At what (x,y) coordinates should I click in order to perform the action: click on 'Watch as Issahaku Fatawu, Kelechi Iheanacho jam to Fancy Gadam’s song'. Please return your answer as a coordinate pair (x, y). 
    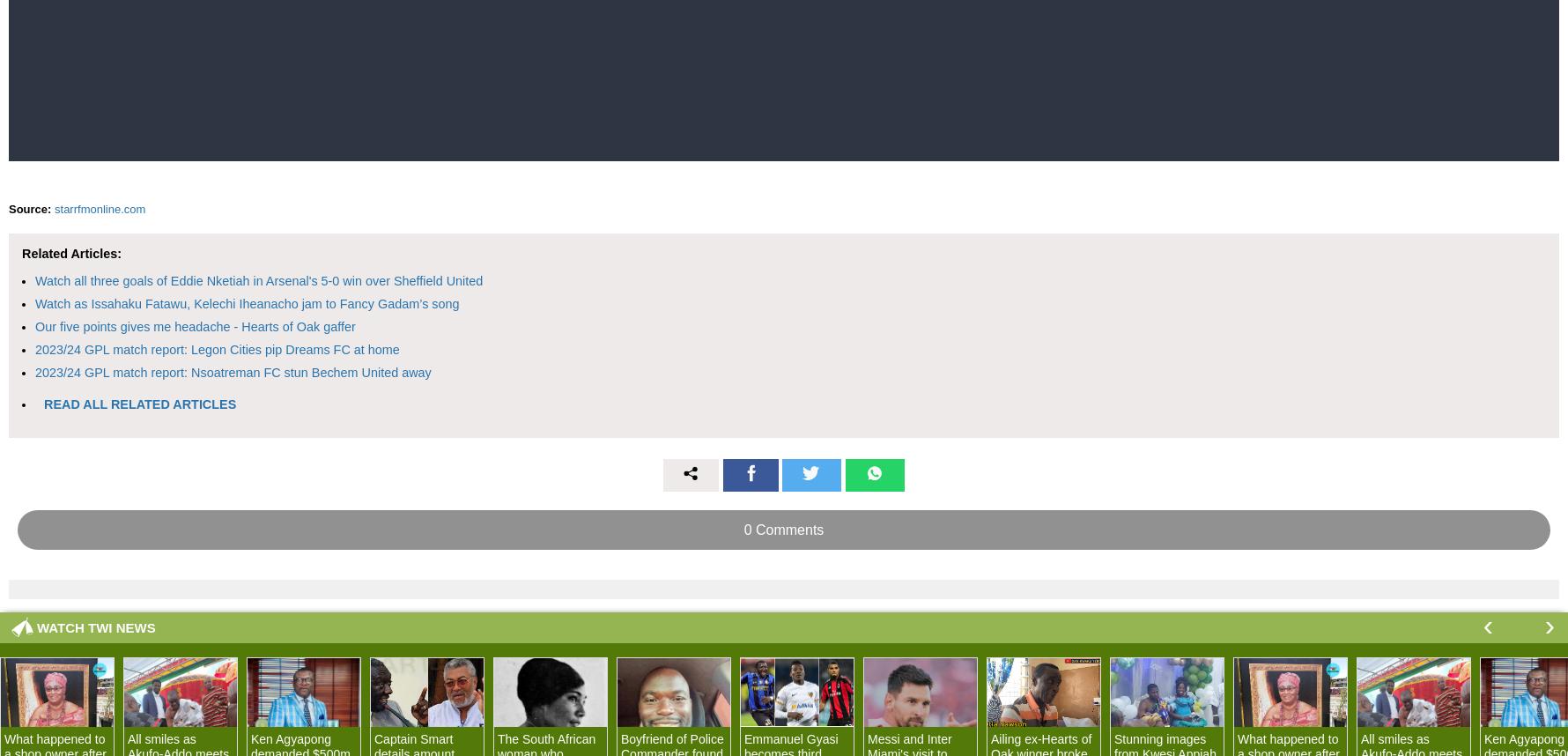
    Looking at the image, I should click on (246, 301).